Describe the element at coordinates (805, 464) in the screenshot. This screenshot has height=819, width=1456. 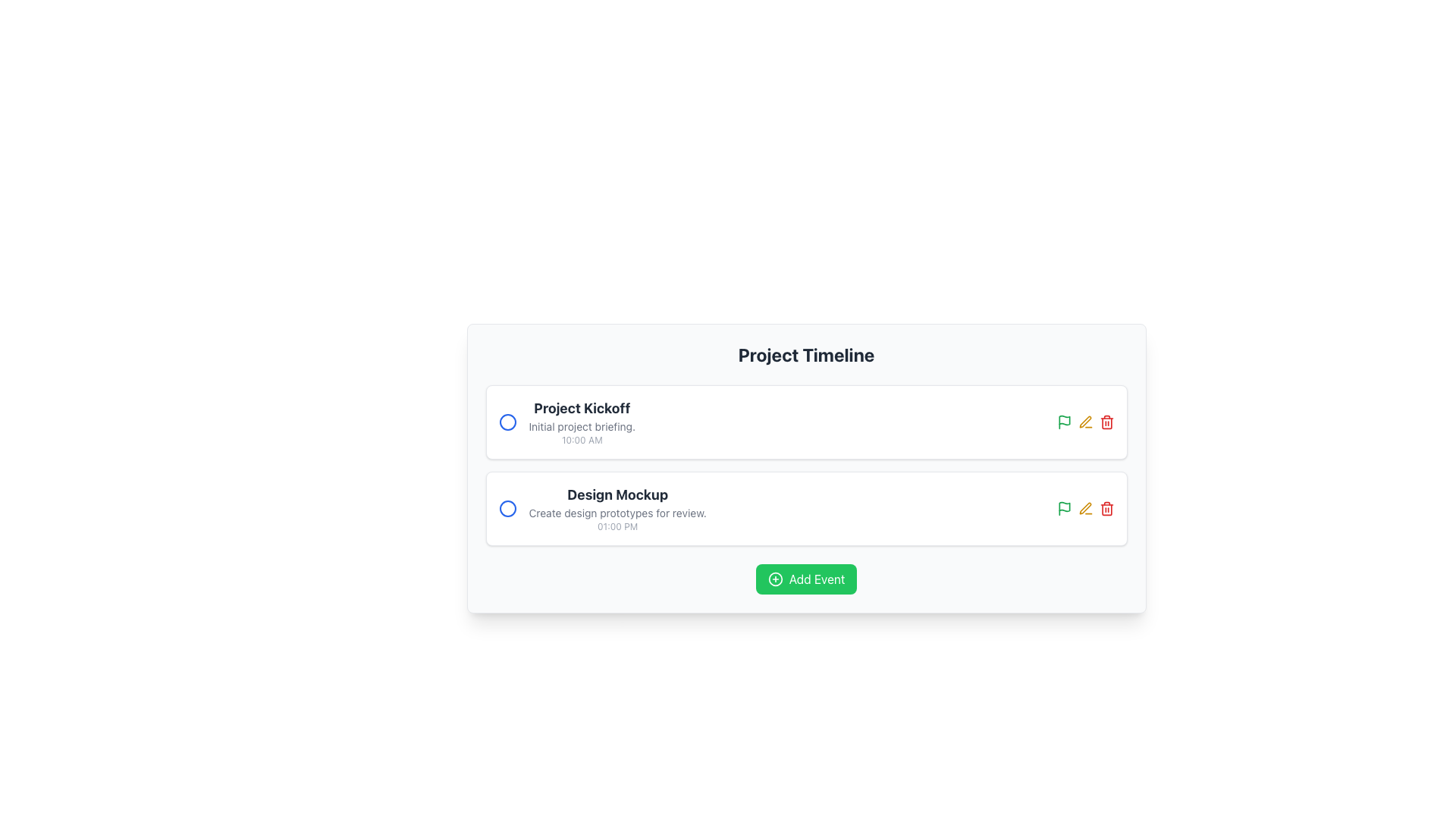
I see `the Grouped List Component containing the event cards for 'Project Kickoff' and 'Design Mockup'` at that location.